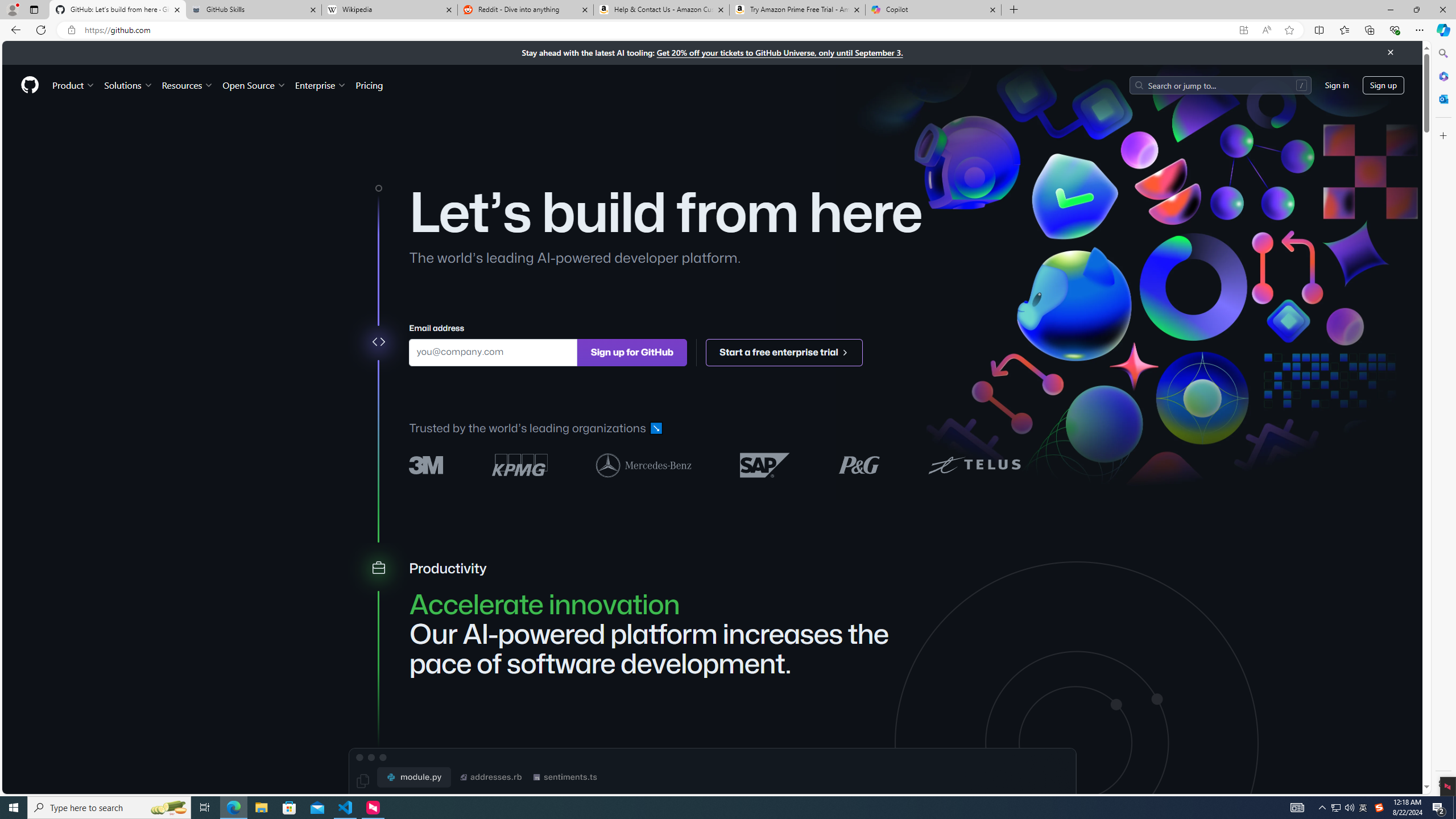  Describe the element at coordinates (188, 85) in the screenshot. I see `'Resources'` at that location.